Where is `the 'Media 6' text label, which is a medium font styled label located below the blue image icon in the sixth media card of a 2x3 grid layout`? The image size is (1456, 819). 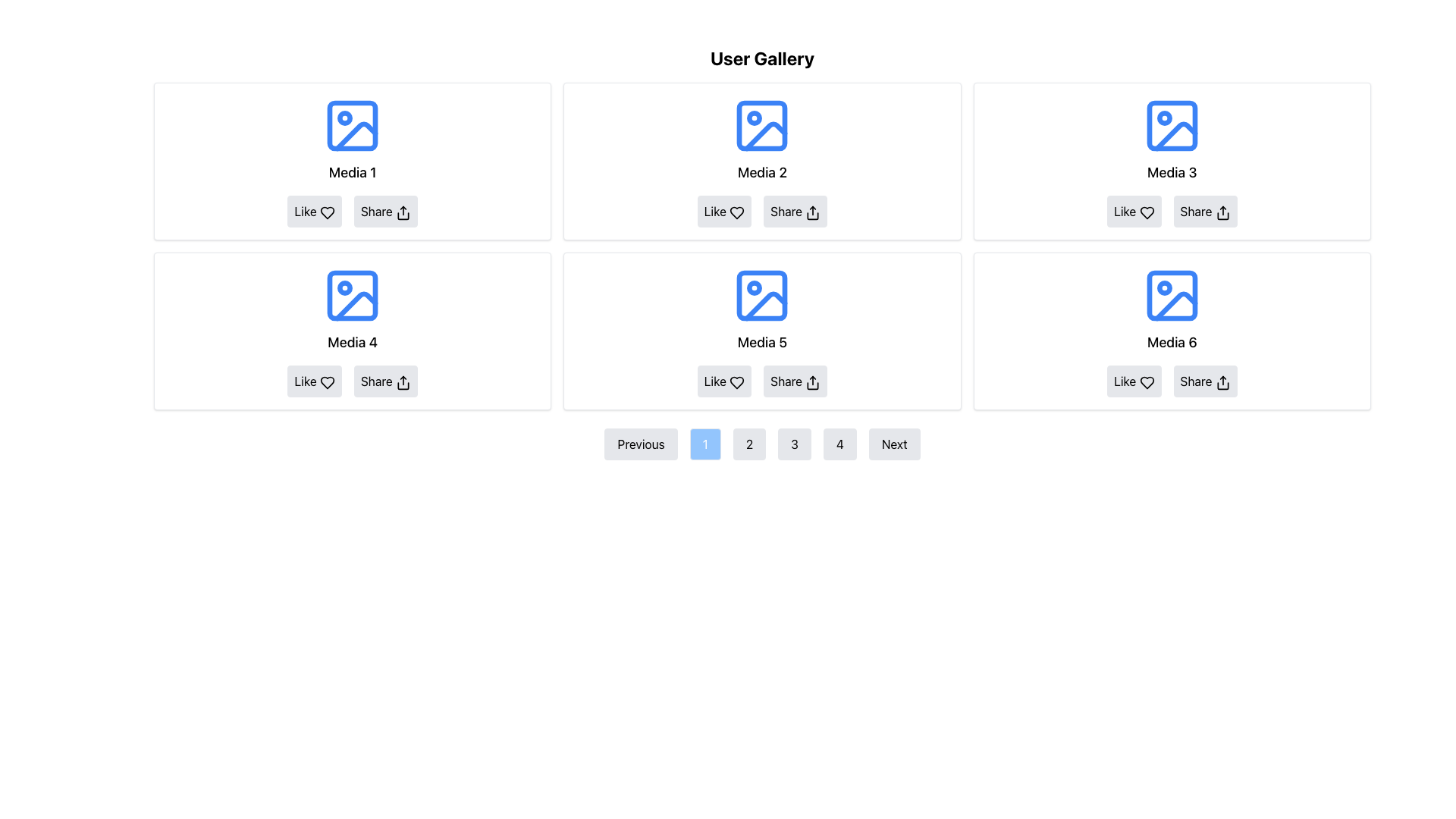 the 'Media 6' text label, which is a medium font styled label located below the blue image icon in the sixth media card of a 2x3 grid layout is located at coordinates (1171, 342).